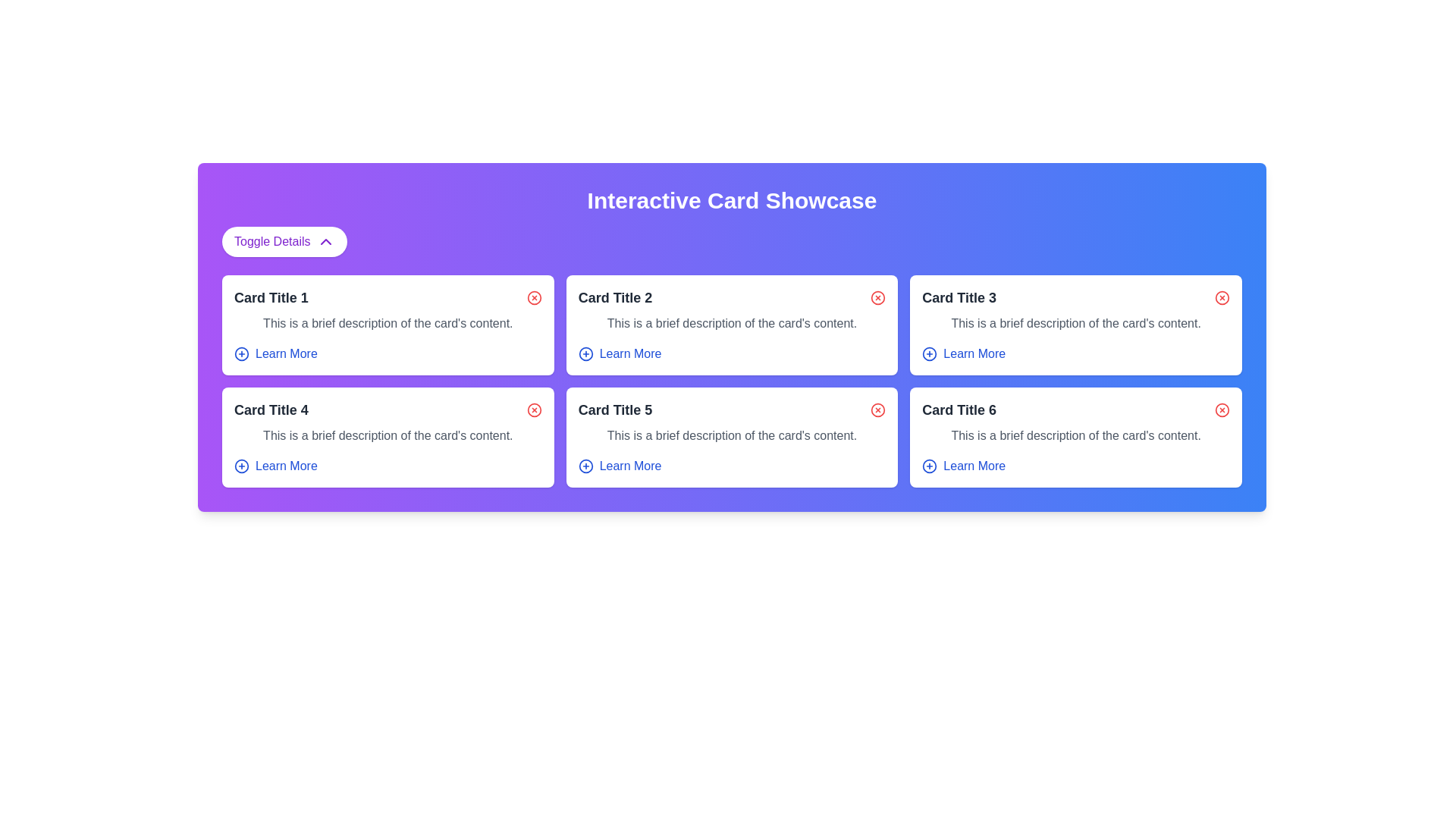 The width and height of the screenshot is (1456, 819). What do you see at coordinates (388, 324) in the screenshot?
I see `the first card in the grid layout to change its background color` at bounding box center [388, 324].